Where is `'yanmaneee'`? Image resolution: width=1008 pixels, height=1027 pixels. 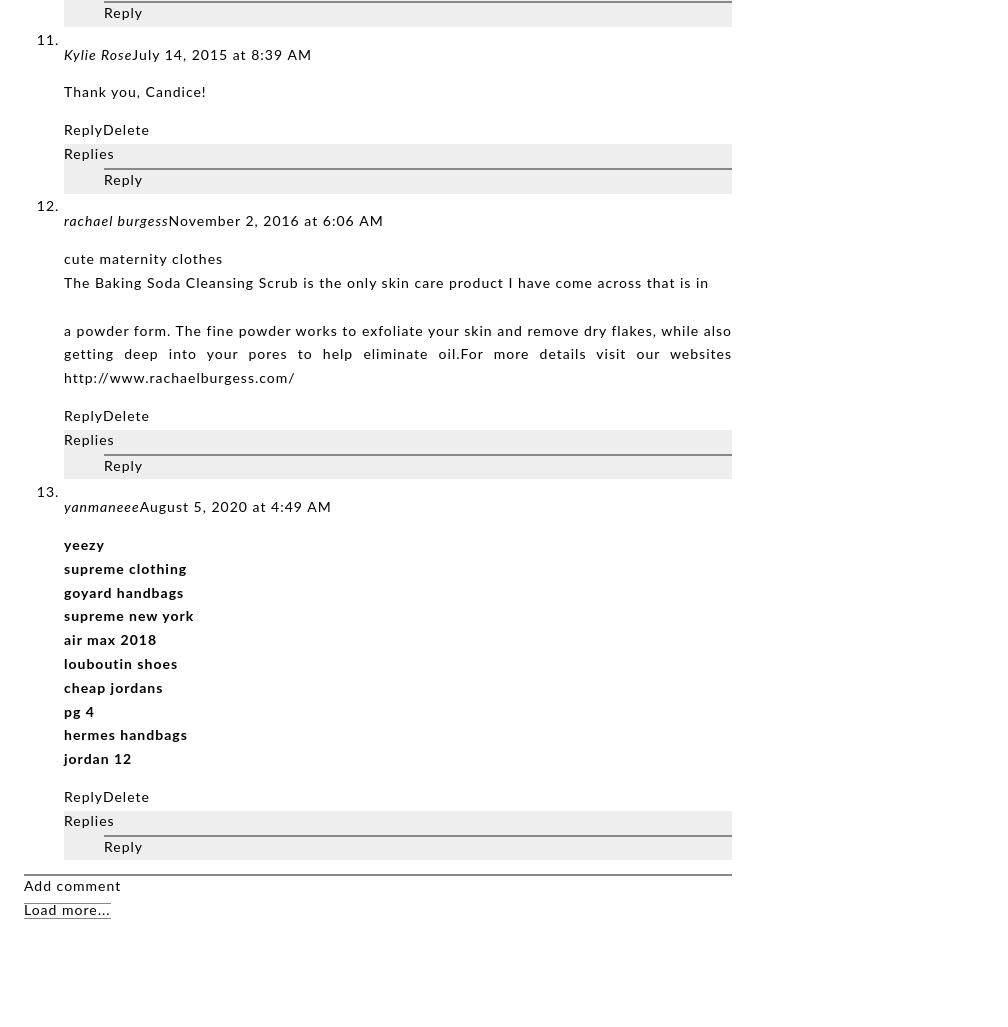
'yanmaneee' is located at coordinates (64, 507).